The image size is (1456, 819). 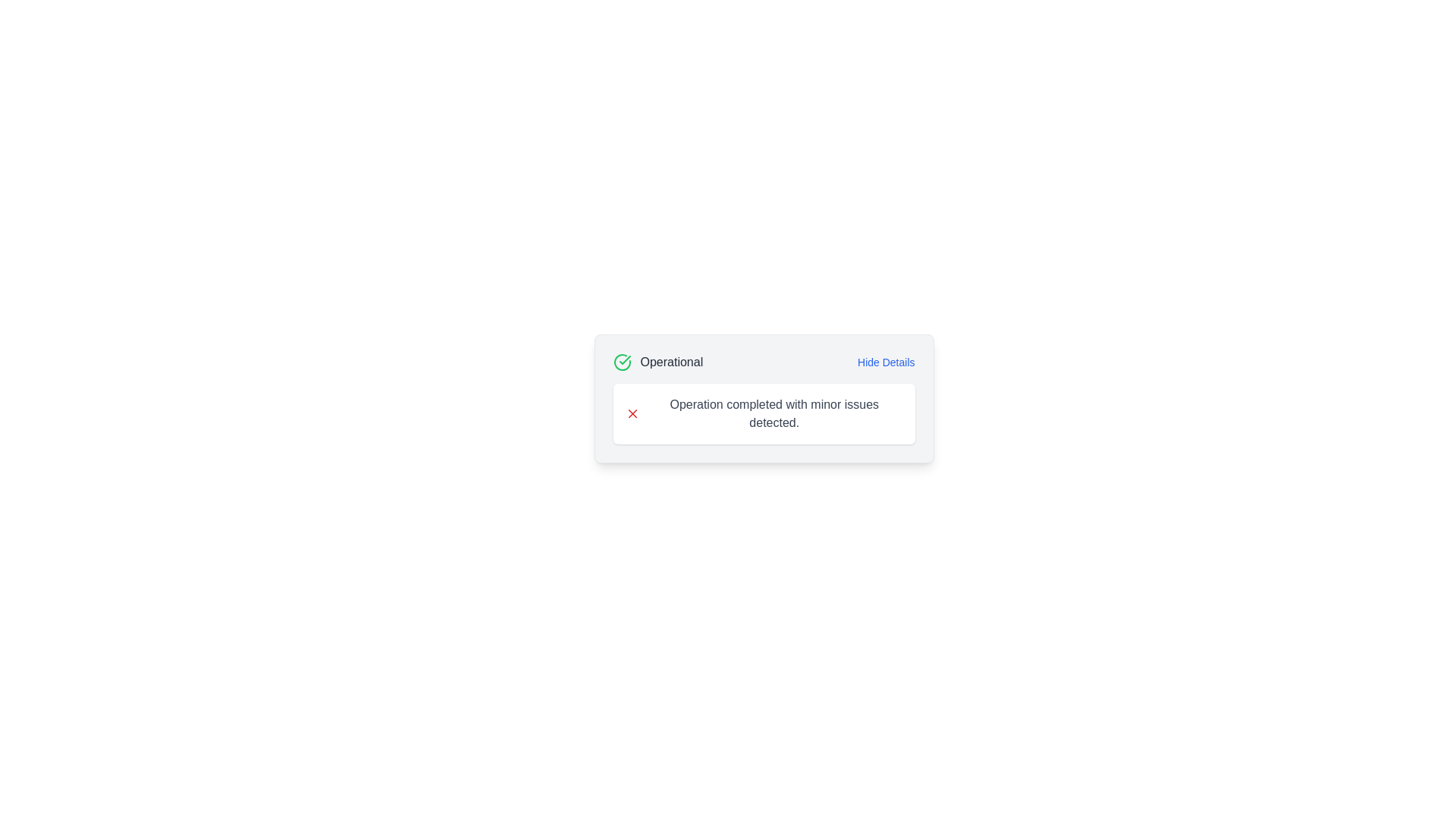 I want to click on the alert icon indicating a minor issue, positioned to the left of the message 'Operation completed with minor issues detected.', so click(x=632, y=414).